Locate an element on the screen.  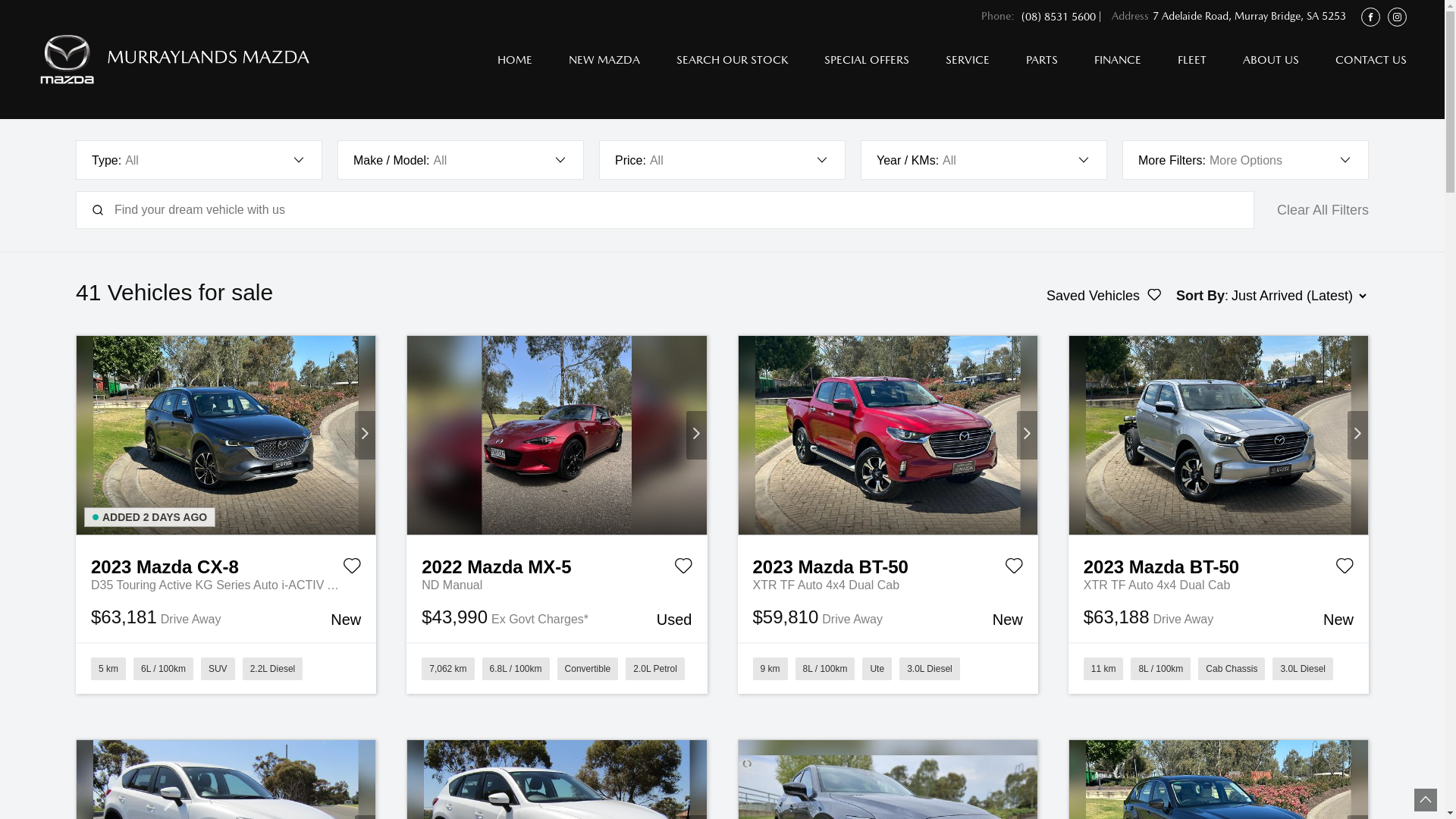
'SEARCH OUR STOCK' is located at coordinates (732, 58).